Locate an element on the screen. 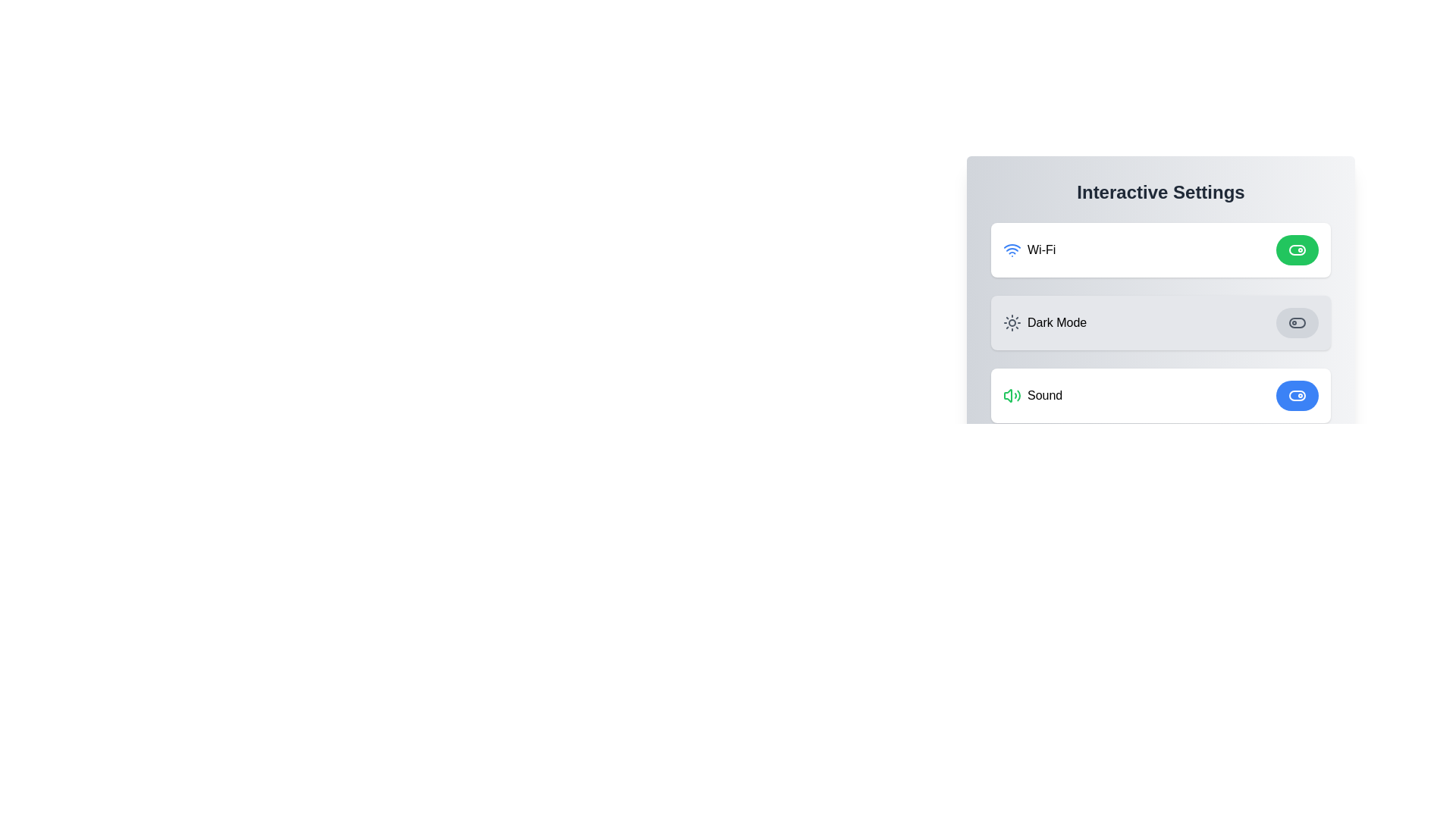  the text label that describes the Wi-Fi setting, which is located to the right of the Wi-Fi icon and to the left of the toggle switch in the settings interface is located at coordinates (1040, 249).